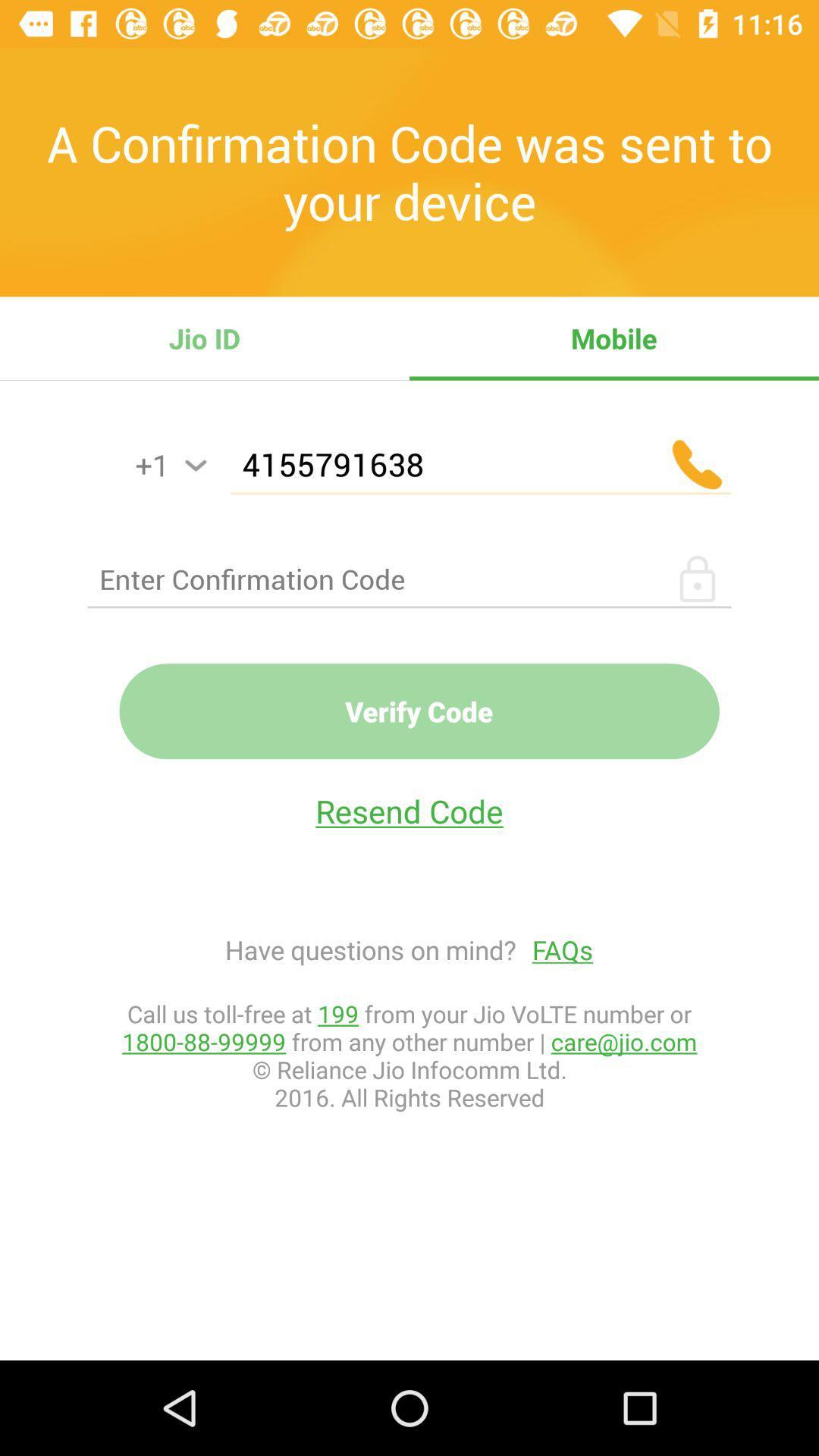 Image resolution: width=819 pixels, height=1456 pixels. What do you see at coordinates (419, 711) in the screenshot?
I see `the item above the resend code icon` at bounding box center [419, 711].